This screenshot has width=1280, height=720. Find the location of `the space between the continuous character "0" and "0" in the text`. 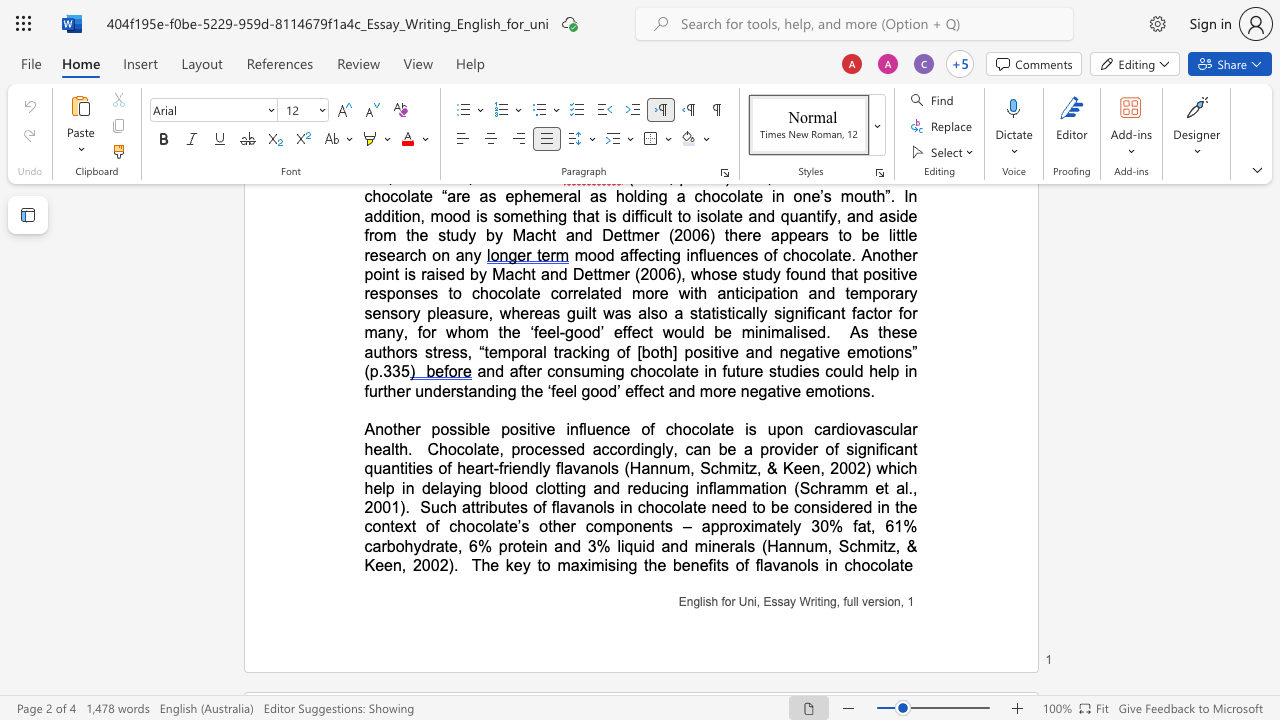

the space between the continuous character "0" and "0" in the text is located at coordinates (429, 565).